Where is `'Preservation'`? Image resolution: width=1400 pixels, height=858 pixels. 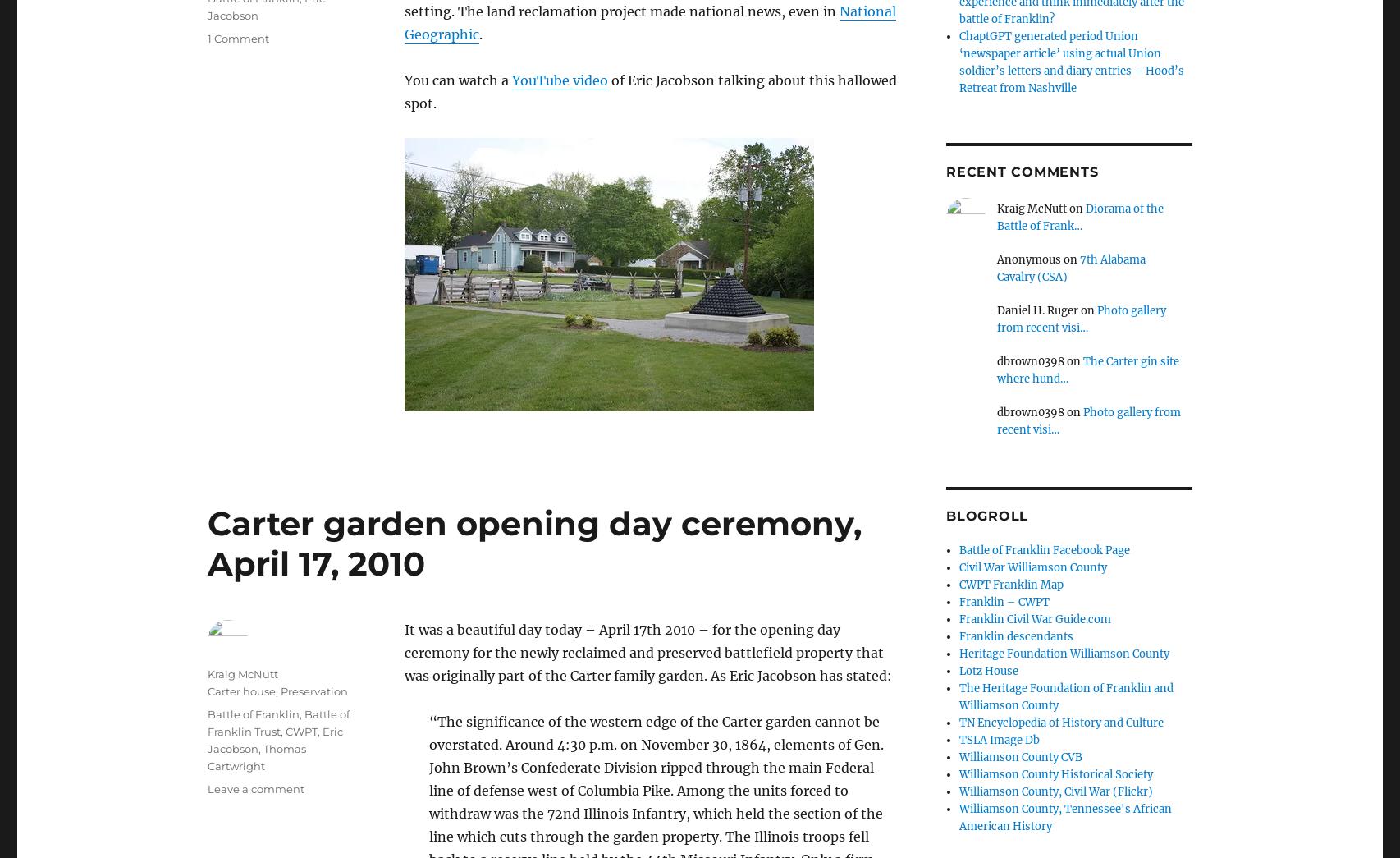
'Preservation' is located at coordinates (313, 690).